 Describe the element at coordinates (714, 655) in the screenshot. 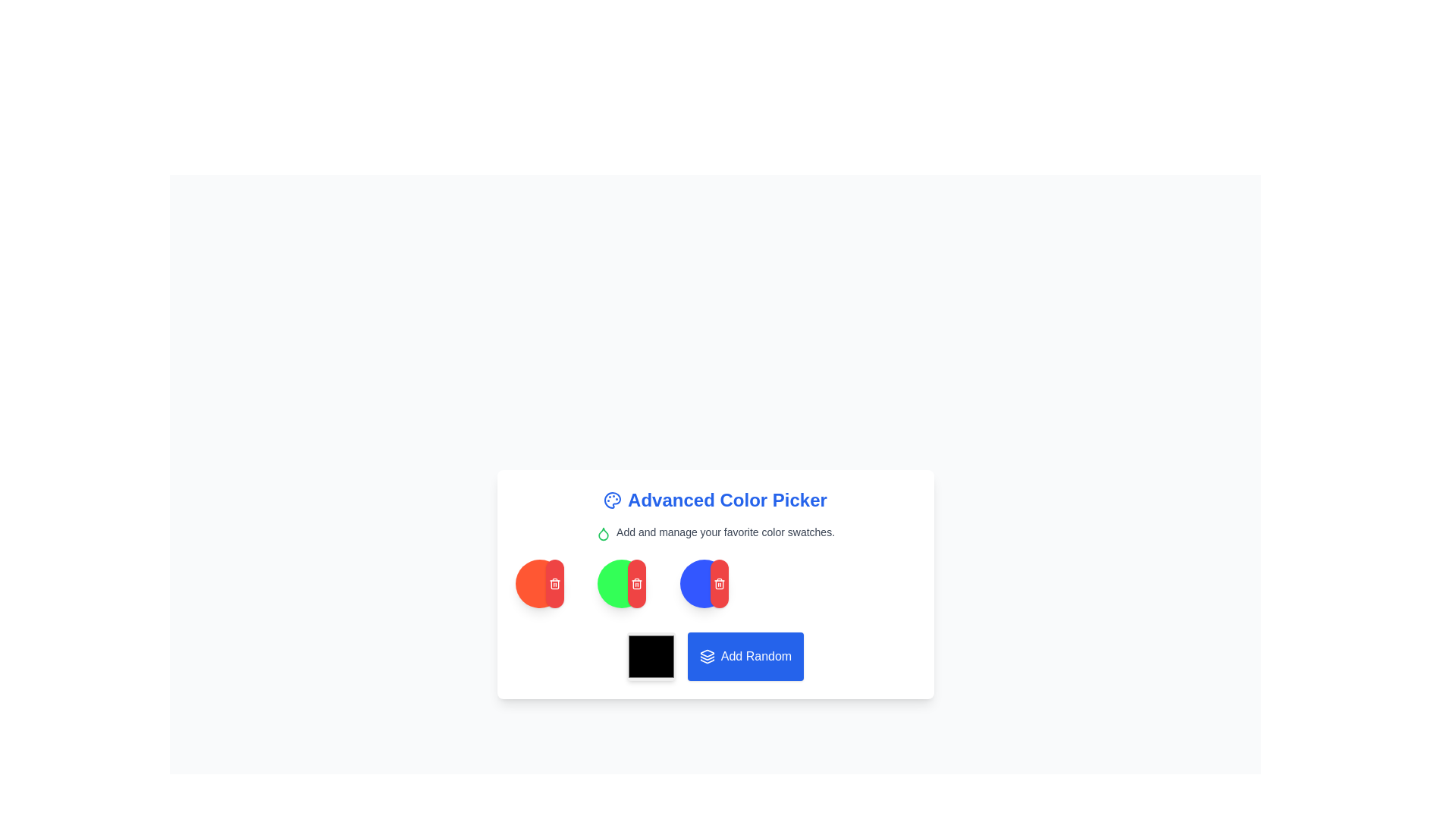

I see `the blue rectangular button with a rounded border labeled 'Add Random'` at that location.